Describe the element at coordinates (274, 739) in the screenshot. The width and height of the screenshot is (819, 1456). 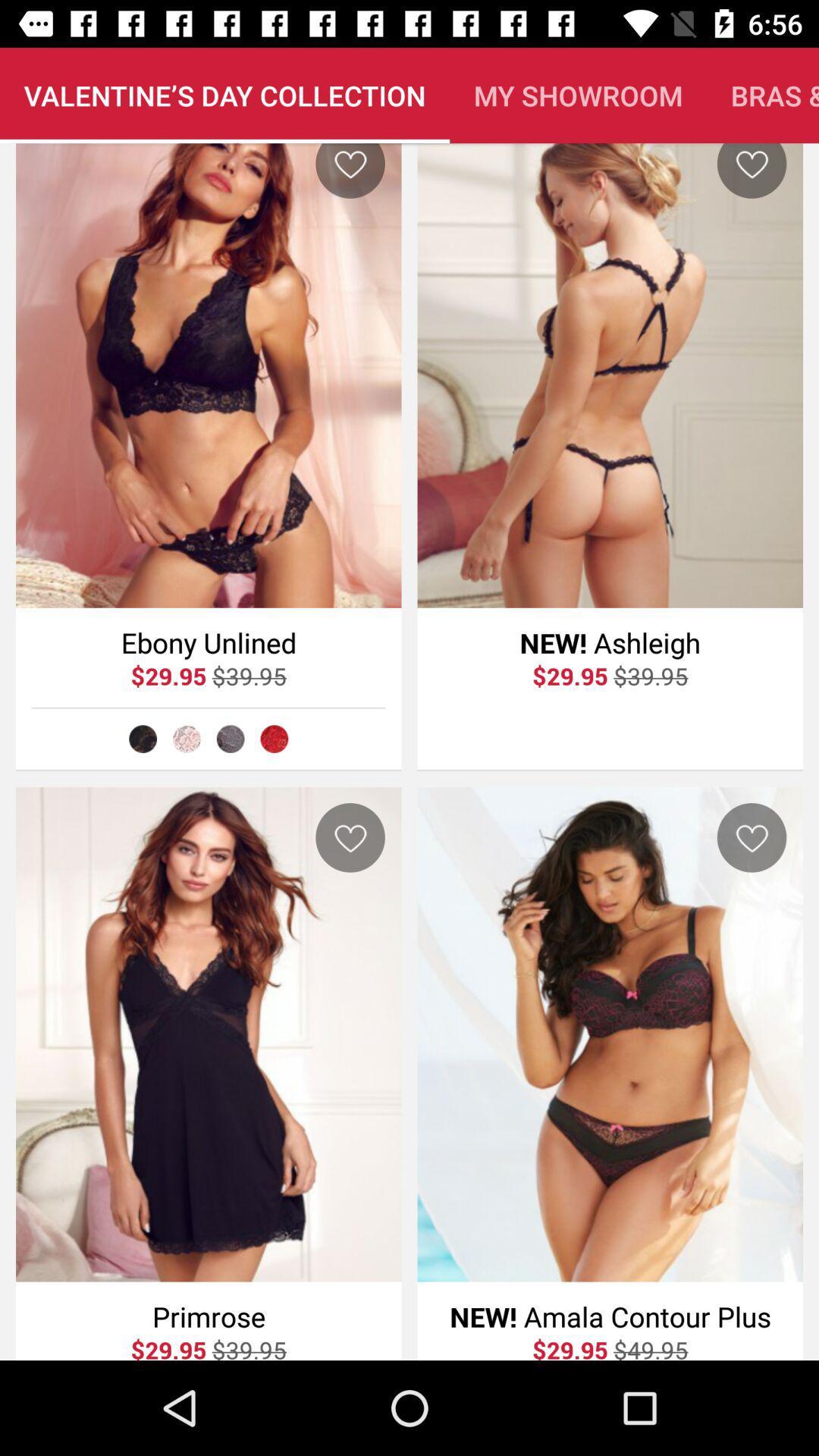
I see `loading option` at that location.